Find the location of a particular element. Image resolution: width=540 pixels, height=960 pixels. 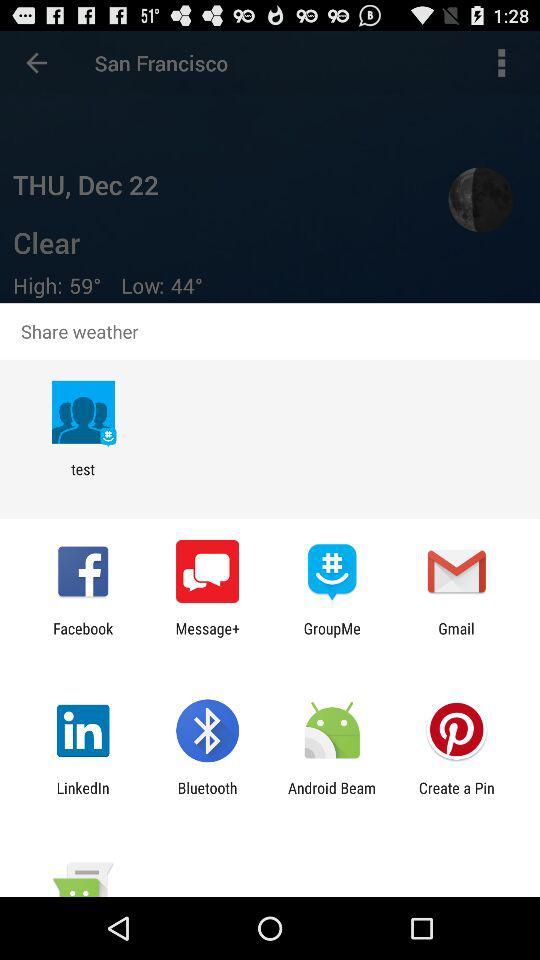

facebook icon is located at coordinates (82, 636).